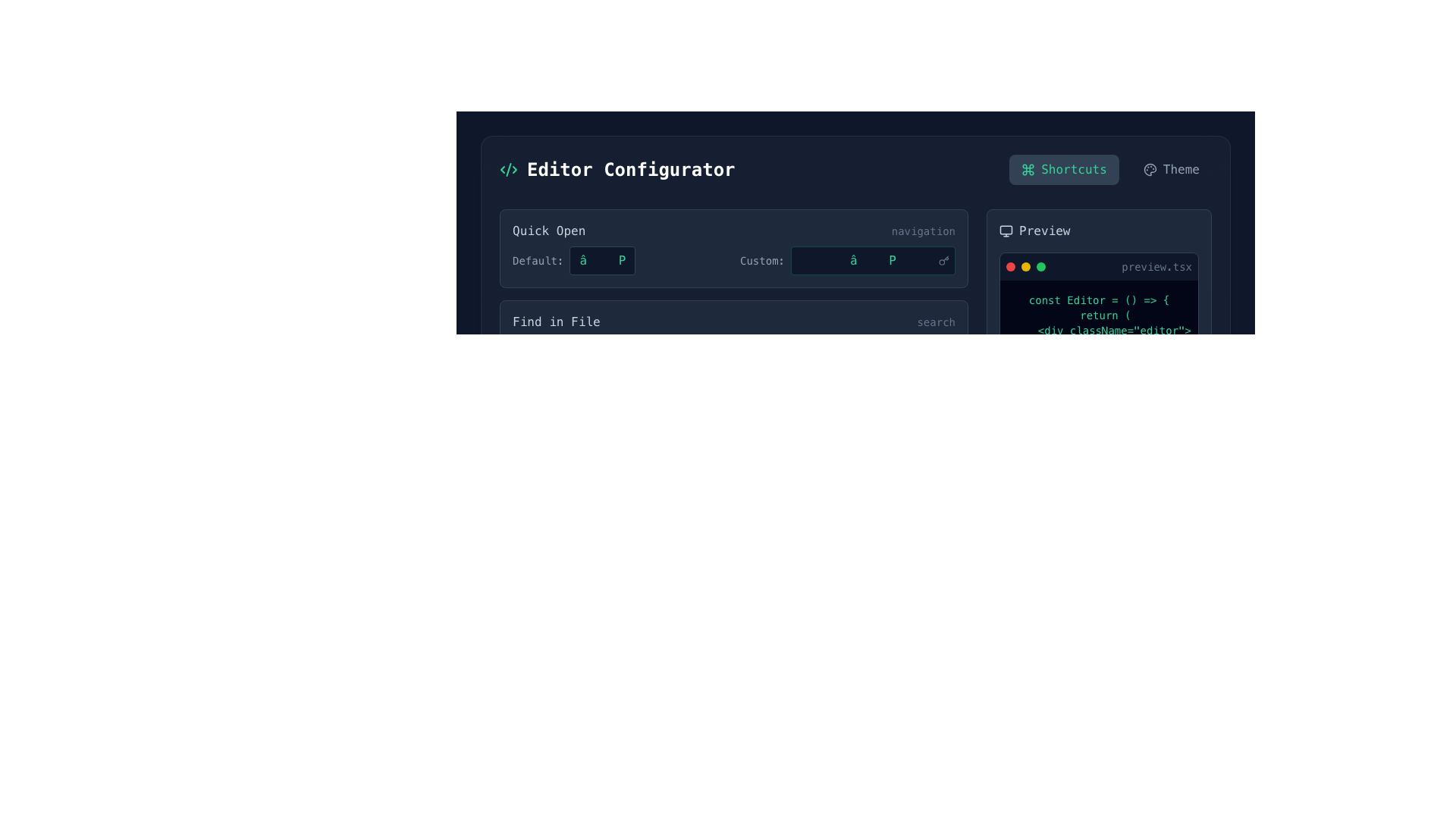 Image resolution: width=1456 pixels, height=819 pixels. What do you see at coordinates (734, 259) in the screenshot?
I see `the styled block in the 'Quick Open' section of the 'Editor Configurator' interface` at bounding box center [734, 259].